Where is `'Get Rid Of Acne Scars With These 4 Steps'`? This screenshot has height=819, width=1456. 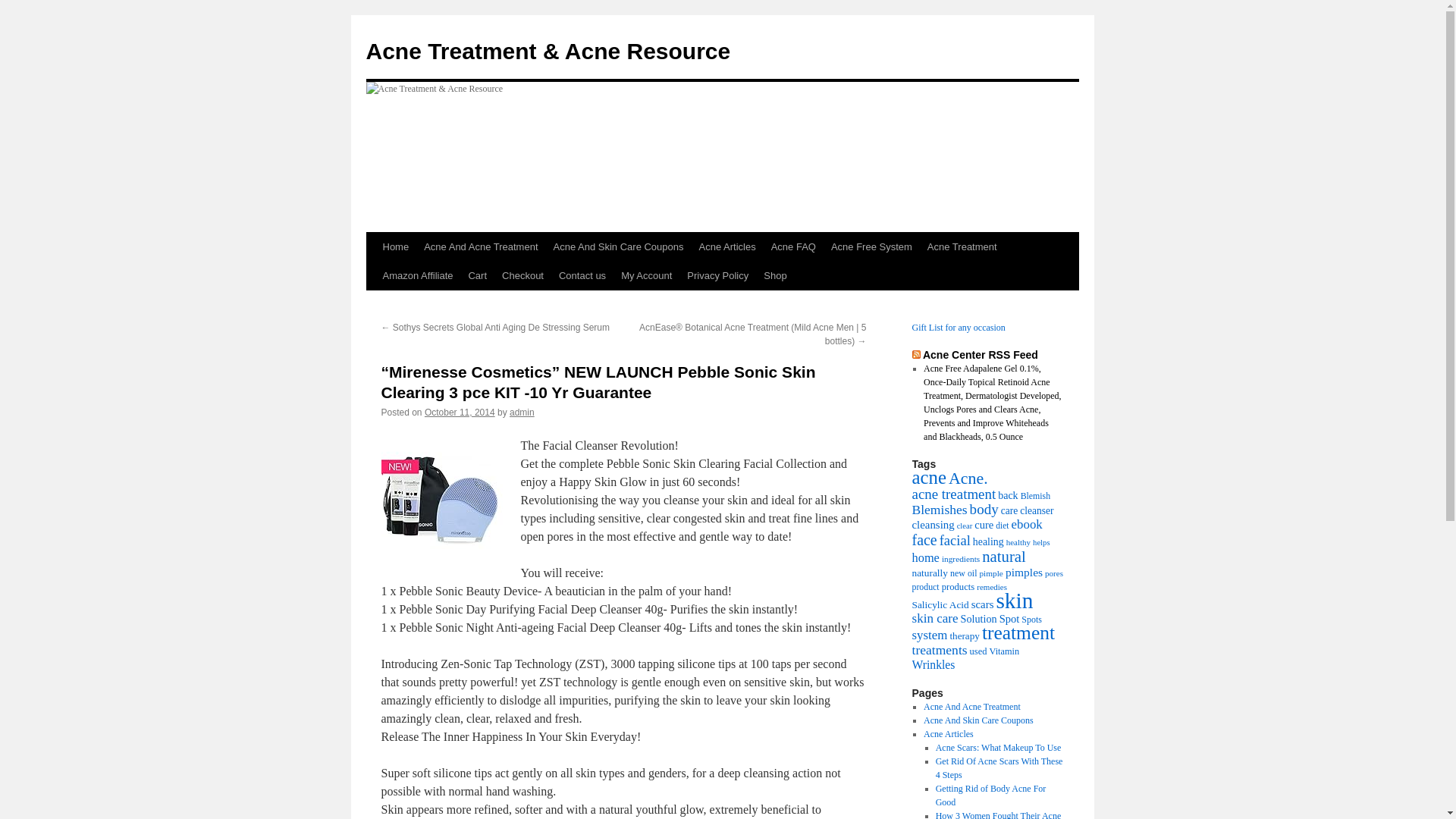 'Get Rid Of Acne Scars With These 4 Steps' is located at coordinates (999, 768).